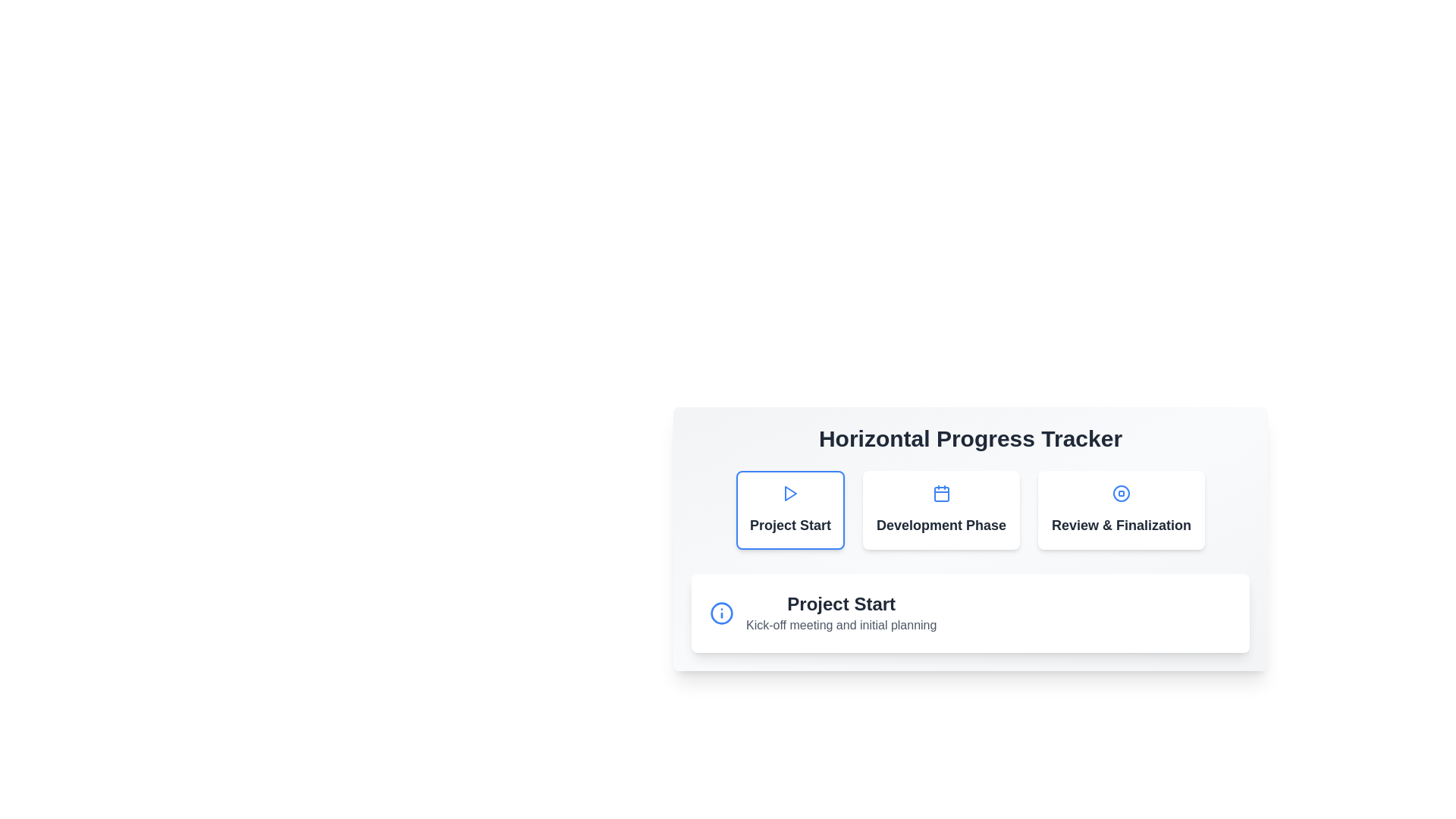 This screenshot has width=1456, height=819. I want to click on the SVG circle that signifies the review or stop functionality in the 'Review & Finalization' stage of the tracker, so click(1121, 494).